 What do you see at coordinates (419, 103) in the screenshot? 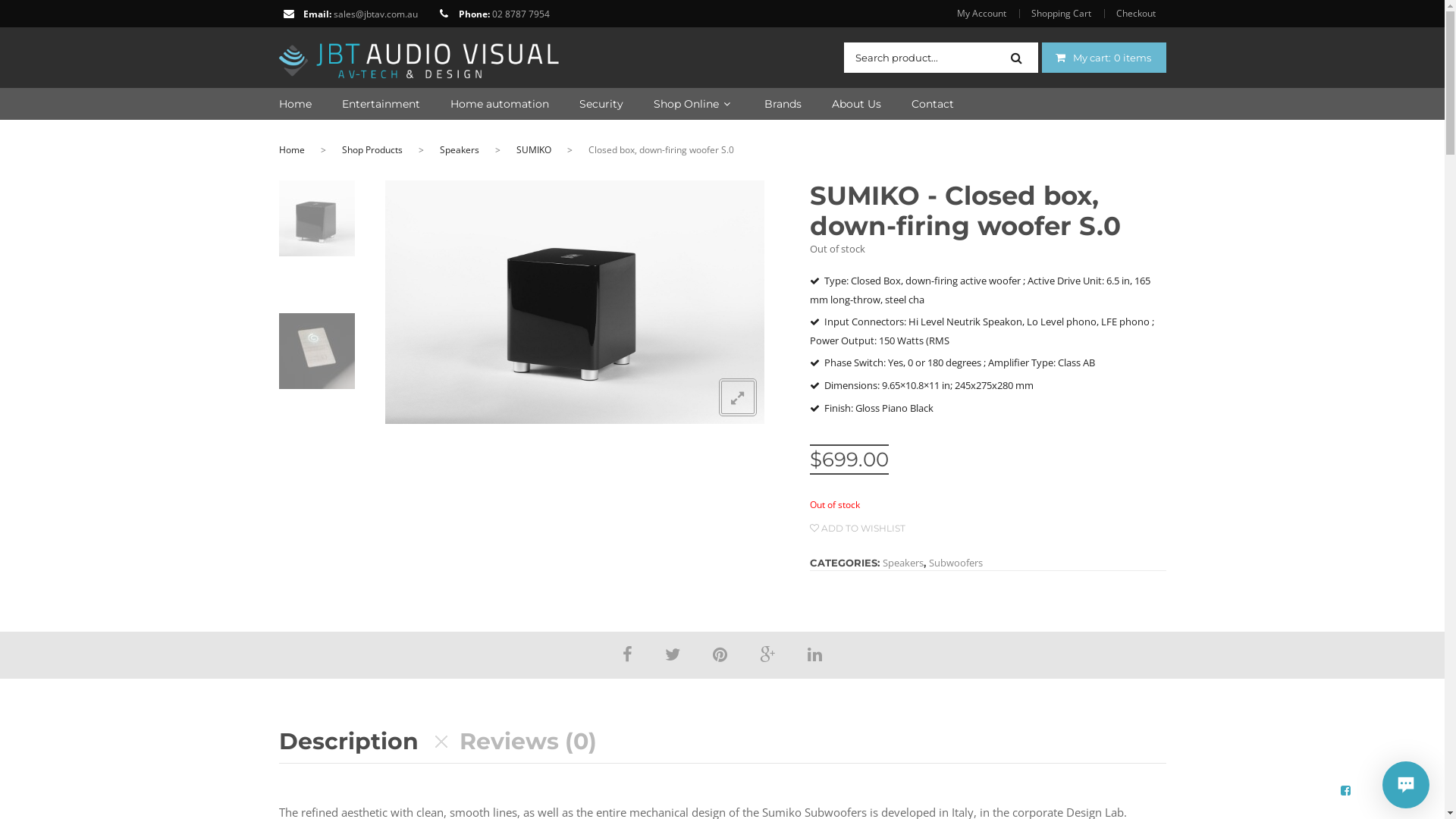
I see `'Home automation'` at bounding box center [419, 103].